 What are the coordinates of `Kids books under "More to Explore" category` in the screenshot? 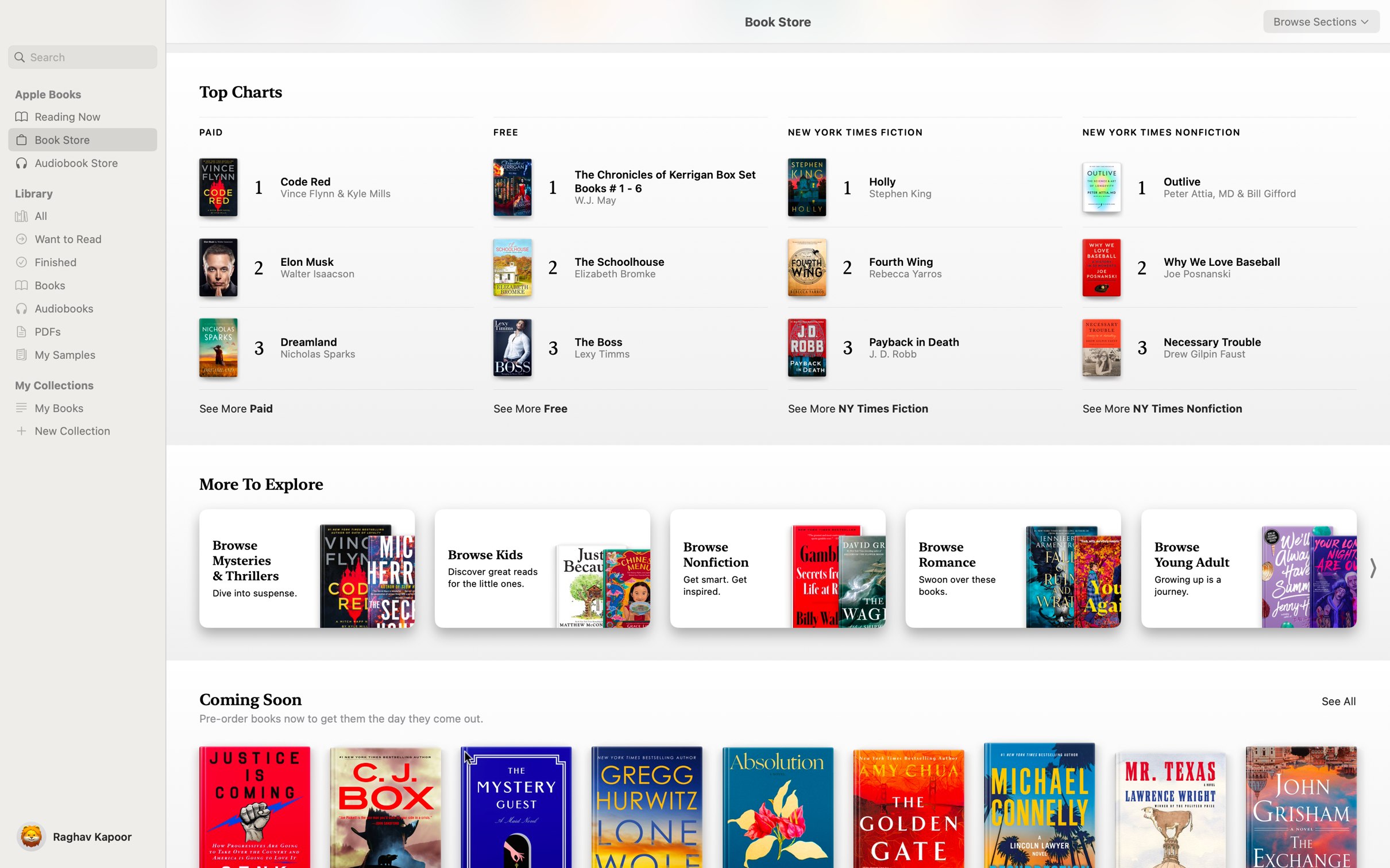 It's located at (542, 569).